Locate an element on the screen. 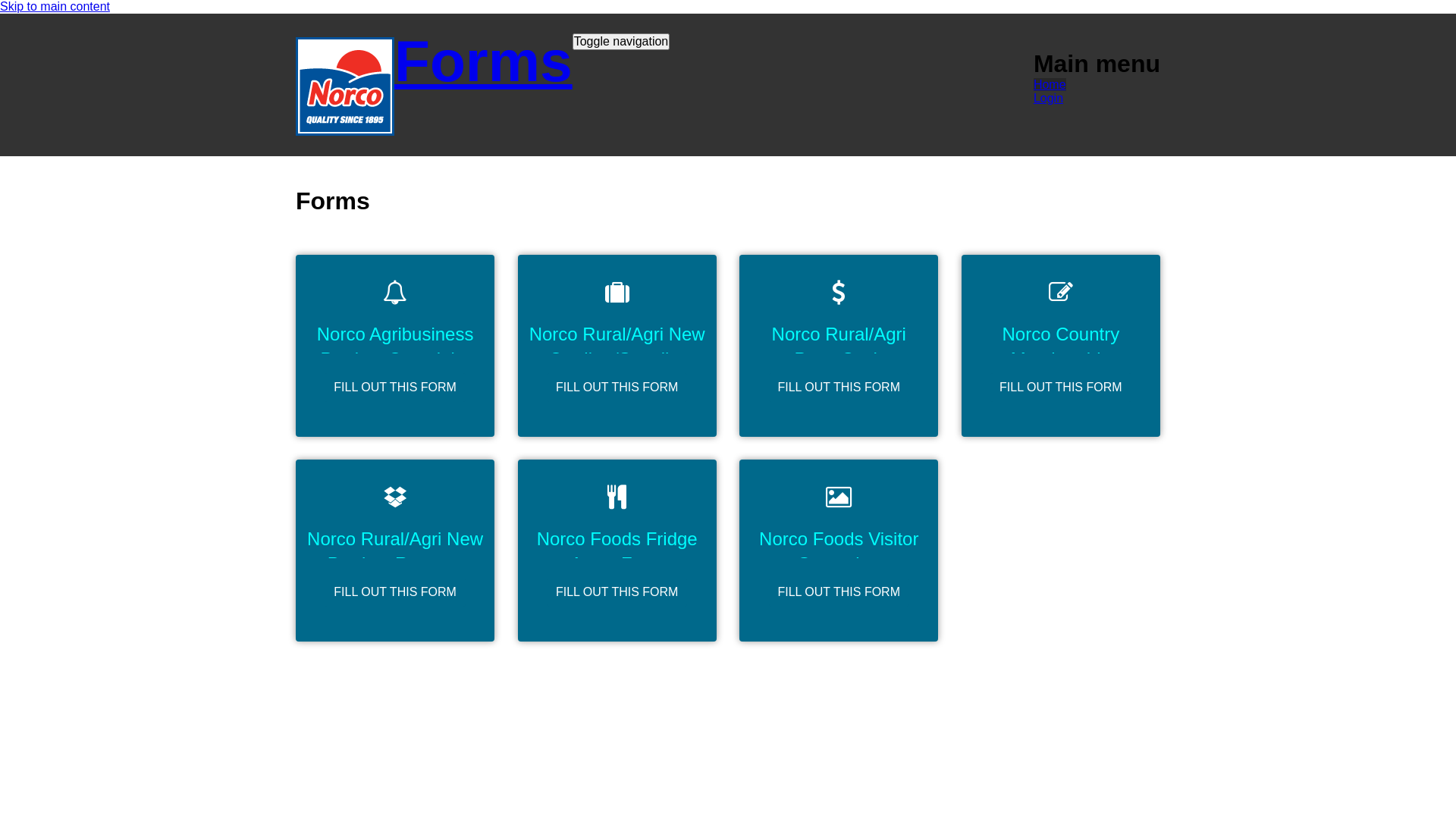  'Forms' is located at coordinates (482, 60).